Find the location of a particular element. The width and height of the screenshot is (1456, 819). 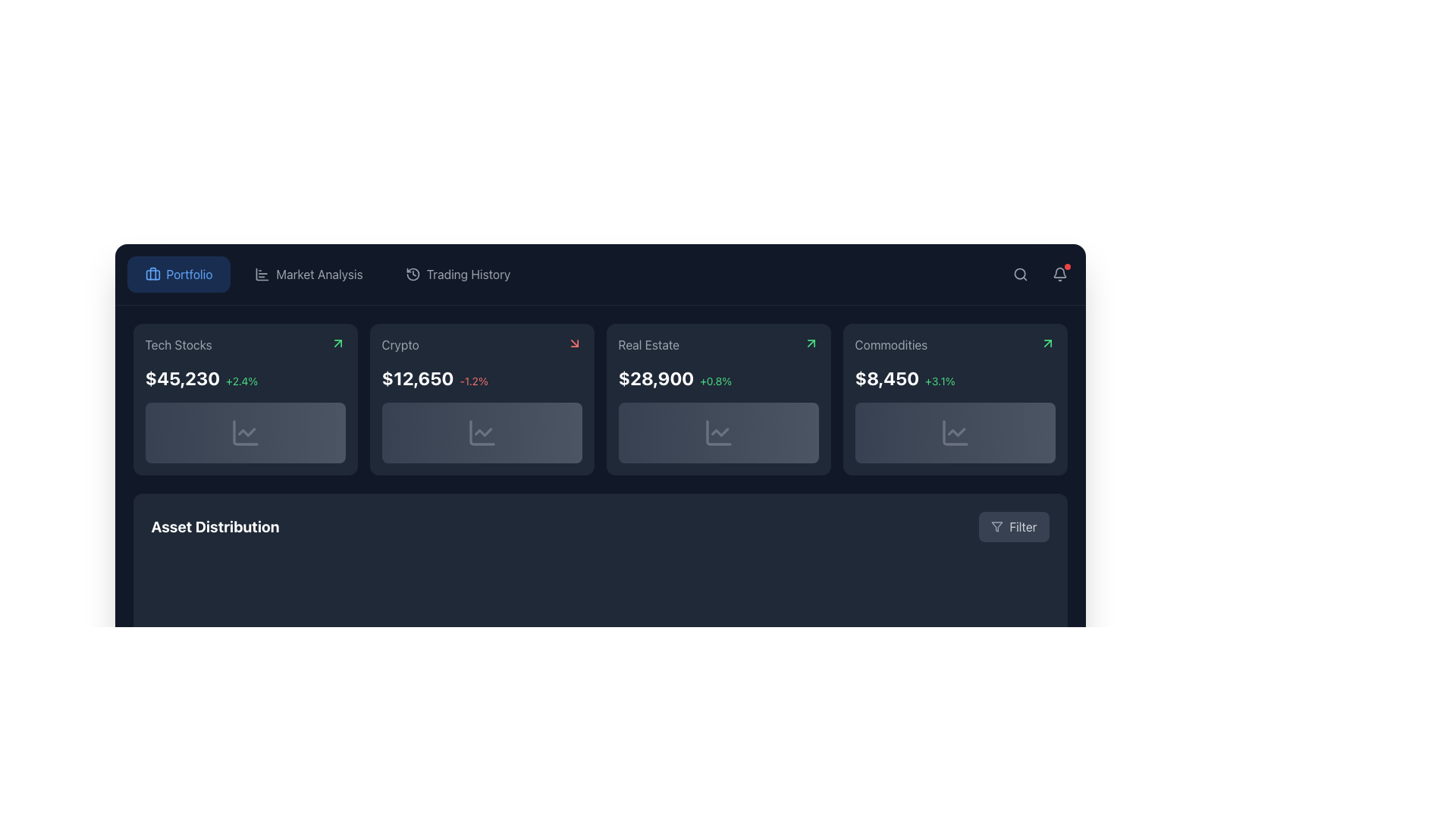

the 'Real Estate' icon is located at coordinates (717, 432).